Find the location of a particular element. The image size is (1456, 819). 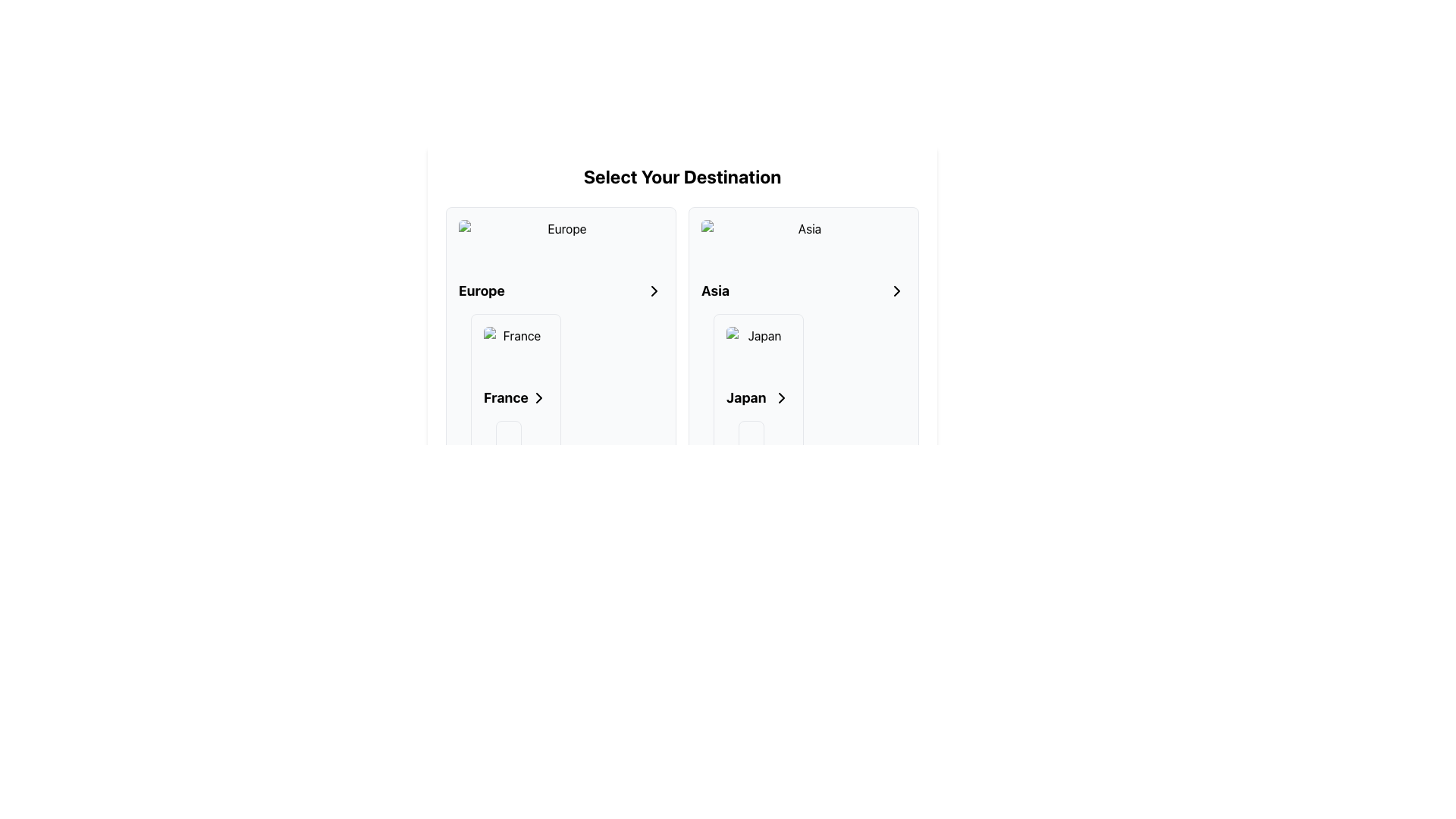

the chevron/icon located to the far-right of the 'Europe' section is located at coordinates (654, 291).